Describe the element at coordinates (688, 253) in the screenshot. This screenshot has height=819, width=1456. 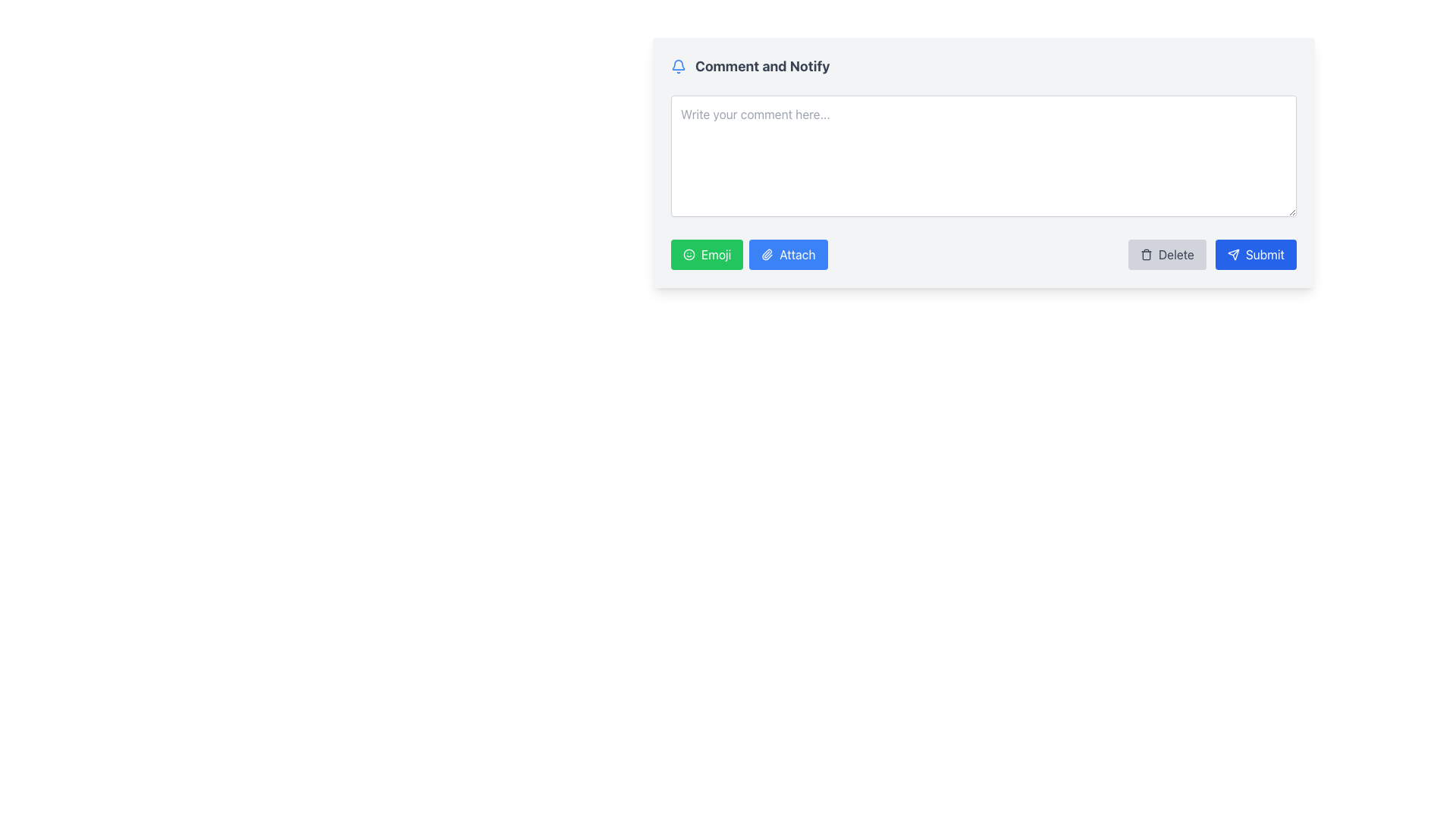
I see `the circular outline icon that is part of a smiley face SVG graphic, located on the left side of the toolbar below the 'Comment and Notify' text input area` at that location.